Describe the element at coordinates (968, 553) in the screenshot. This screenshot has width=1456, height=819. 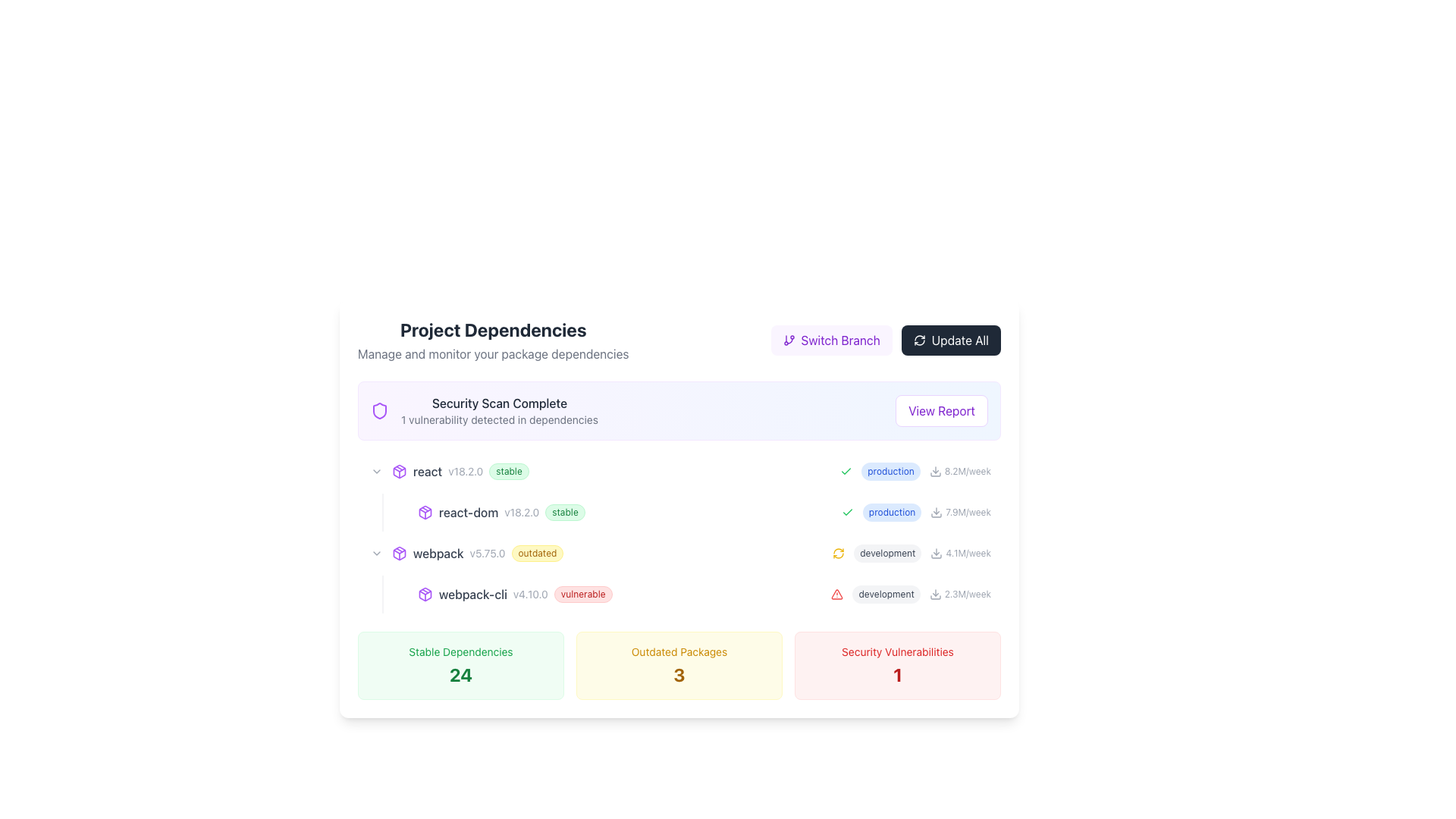
I see `the Text label displaying the download frequency '4.1M/week' located in the third row of the main content table, next to the text 'development'` at that location.